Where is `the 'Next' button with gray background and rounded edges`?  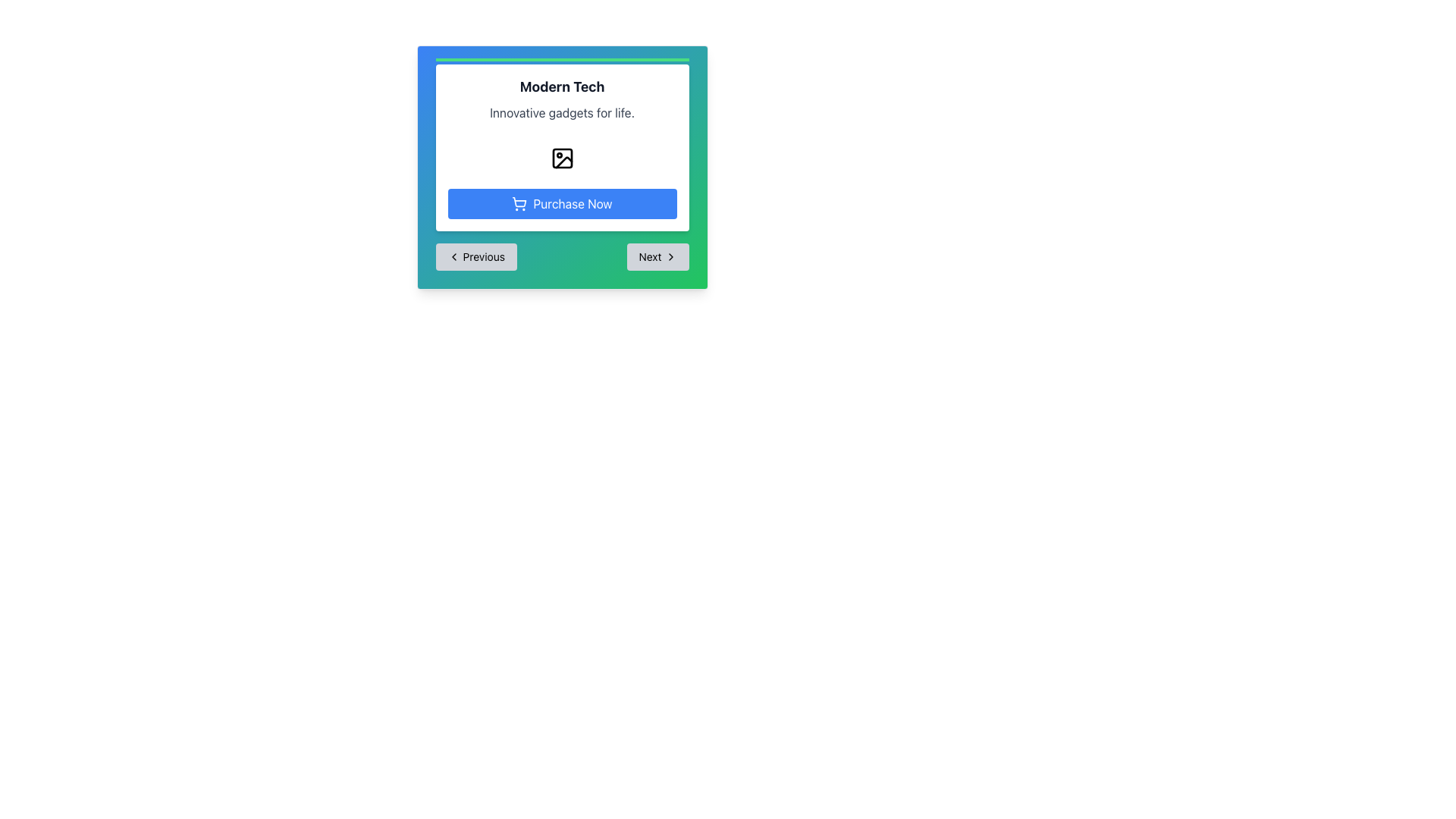 the 'Next' button with gray background and rounded edges is located at coordinates (657, 256).